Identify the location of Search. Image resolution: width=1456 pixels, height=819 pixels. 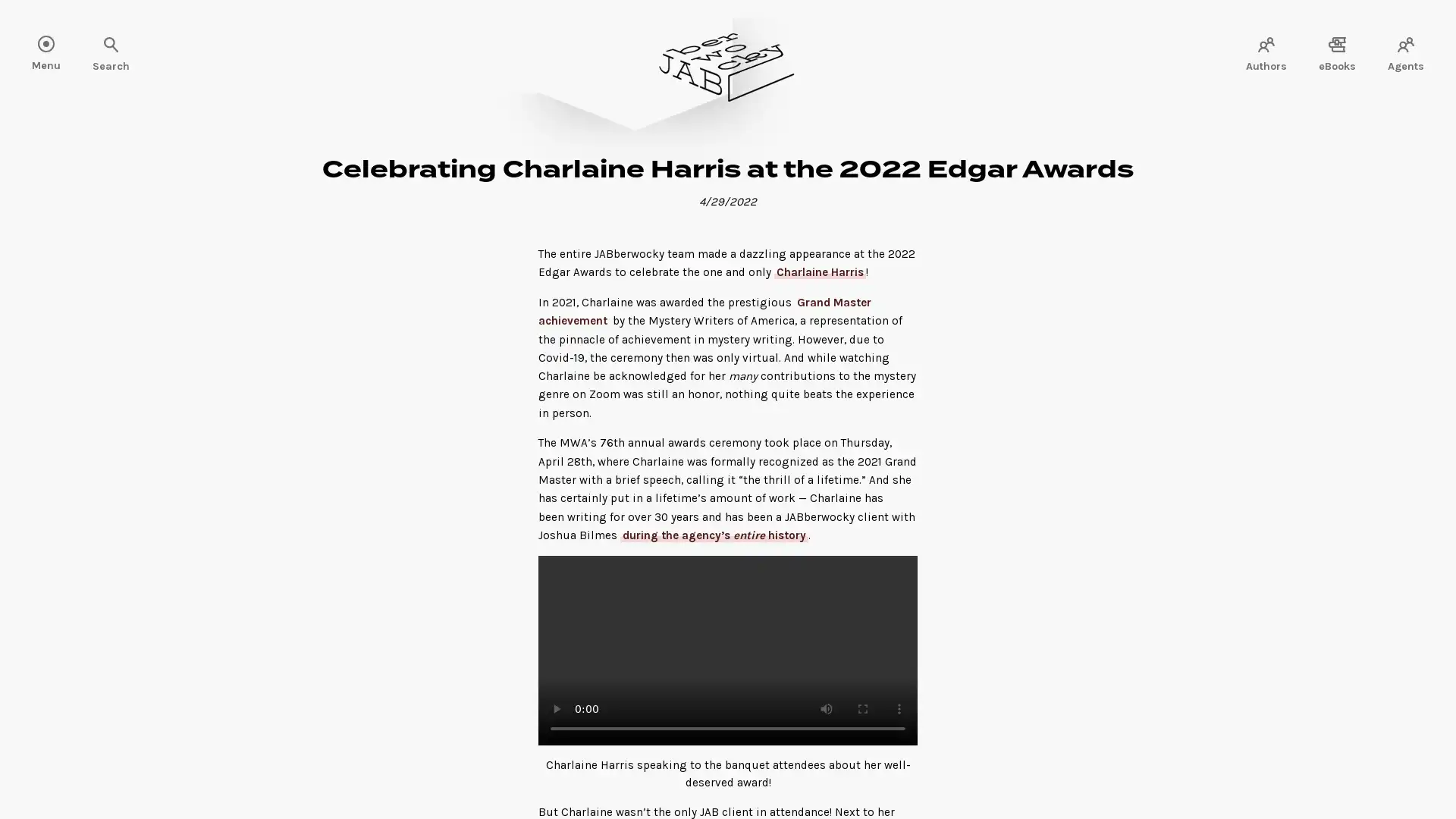
(61, 45).